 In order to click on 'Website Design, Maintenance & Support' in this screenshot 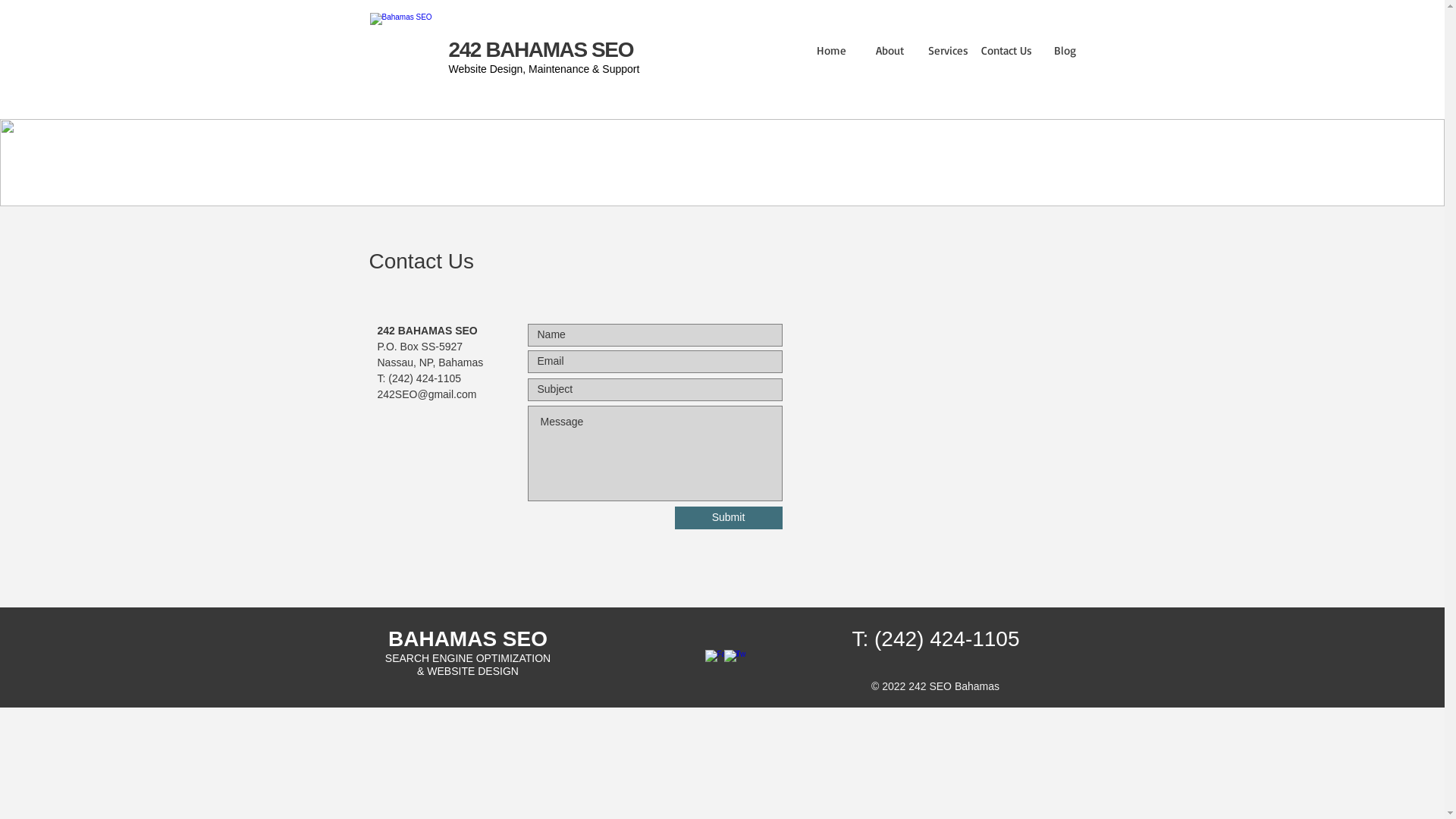, I will do `click(447, 69)`.